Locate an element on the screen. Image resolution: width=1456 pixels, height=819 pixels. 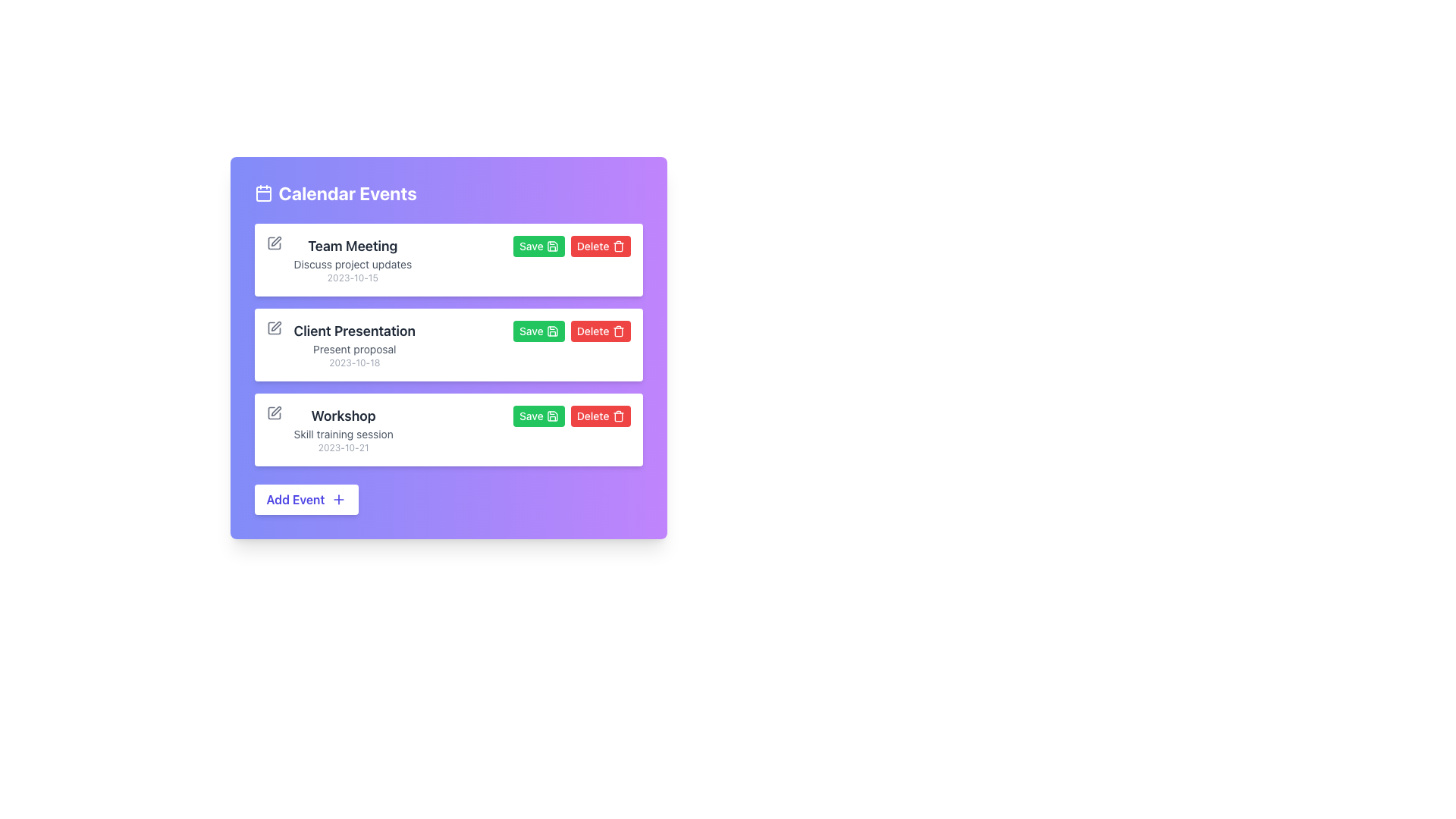
the 'Client Presentation' text label, which is bold and dark gray, located at the top of the second event block in the 'Calendar Events' section is located at coordinates (353, 330).